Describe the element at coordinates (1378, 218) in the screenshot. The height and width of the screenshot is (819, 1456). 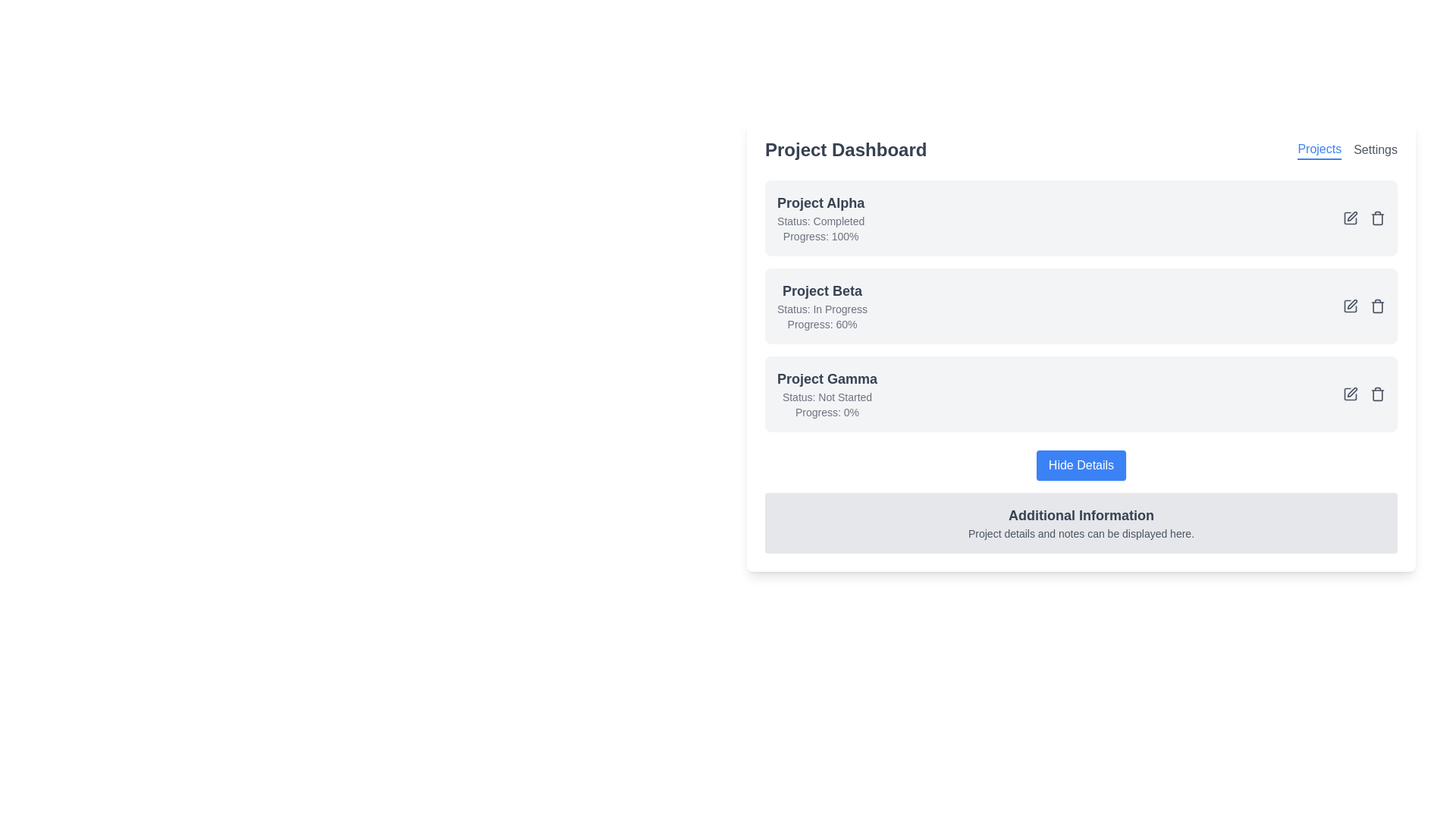
I see `the trash bin icon, the rightmost button in the horizontal arrangement of icons next to the project card` at that location.